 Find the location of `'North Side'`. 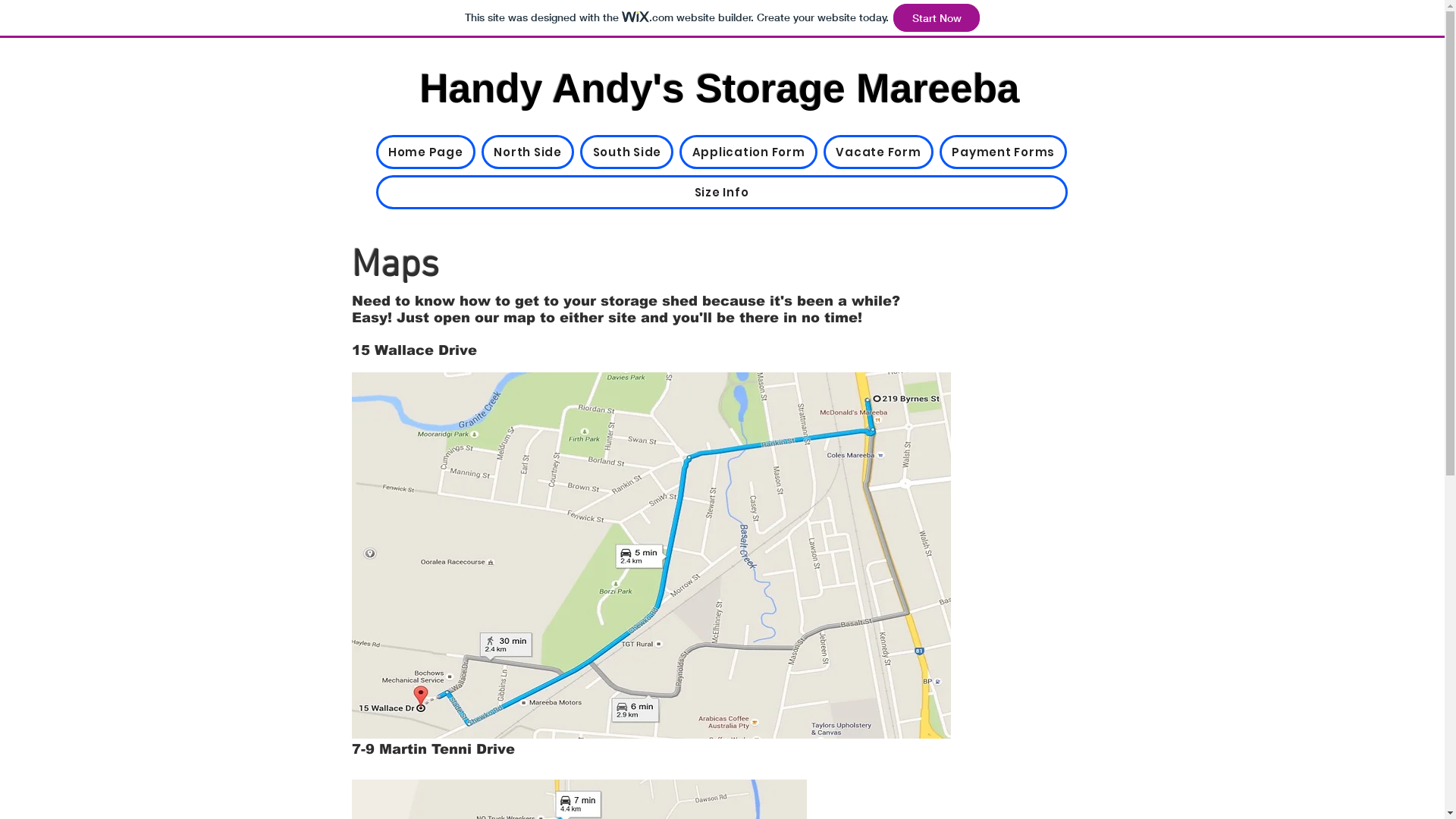

'North Side' is located at coordinates (528, 152).